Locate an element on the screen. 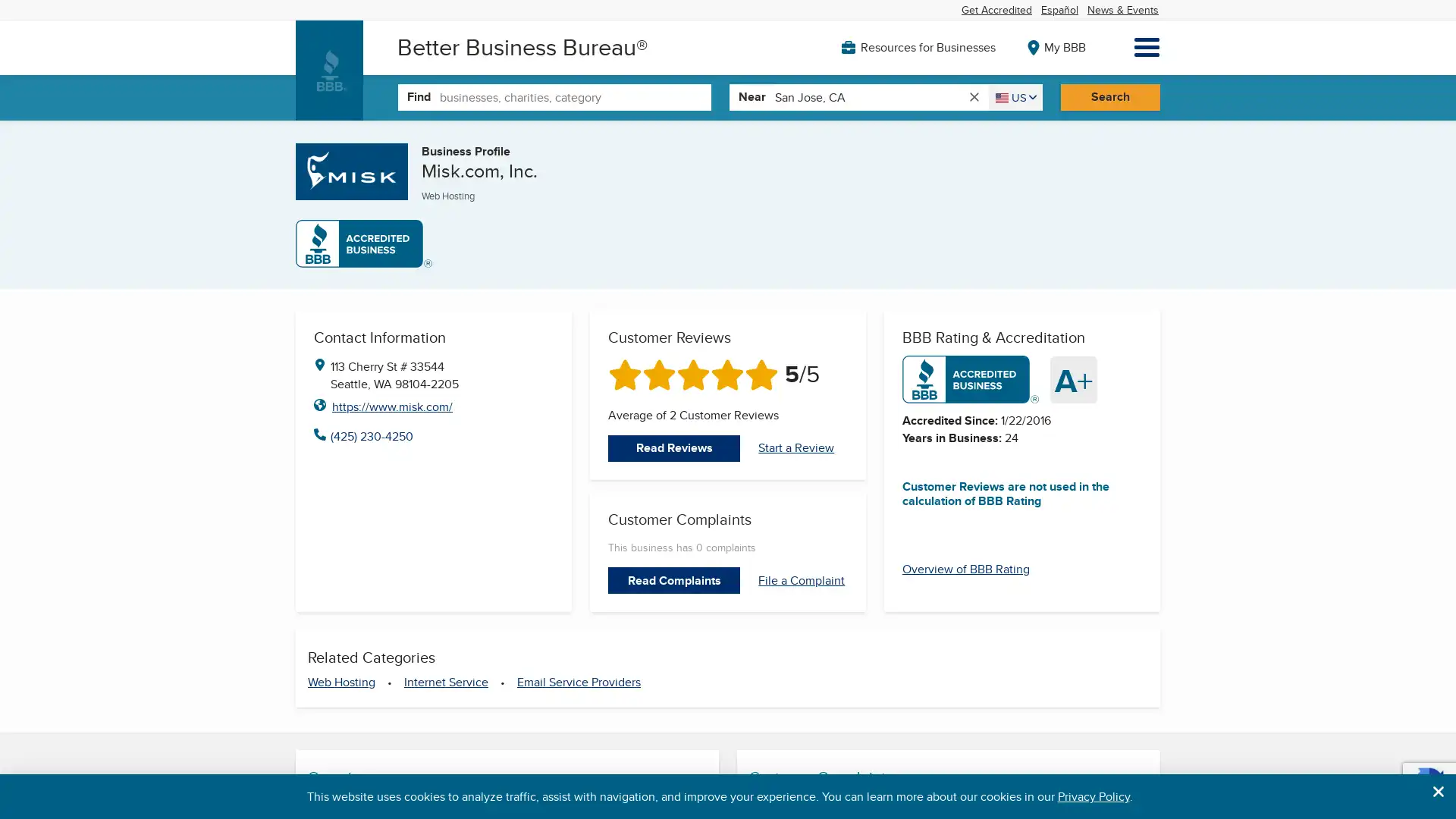 Image resolution: width=1456 pixels, height=819 pixels. clear search is located at coordinates (973, 96).